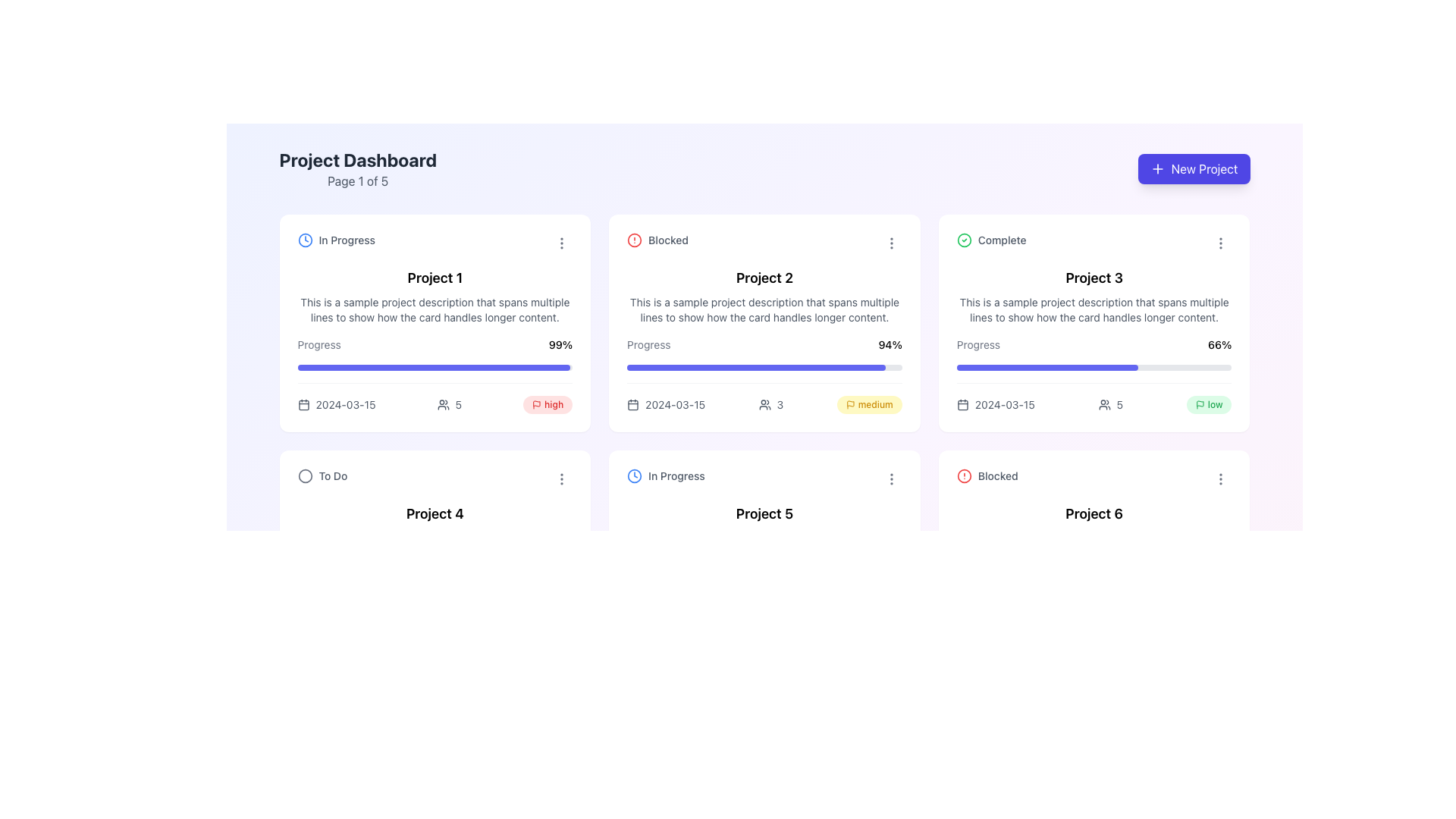  I want to click on the progress indicator that visually represents 99% completion within the 'Project 1' card located in the first row and first column, so click(432, 368).